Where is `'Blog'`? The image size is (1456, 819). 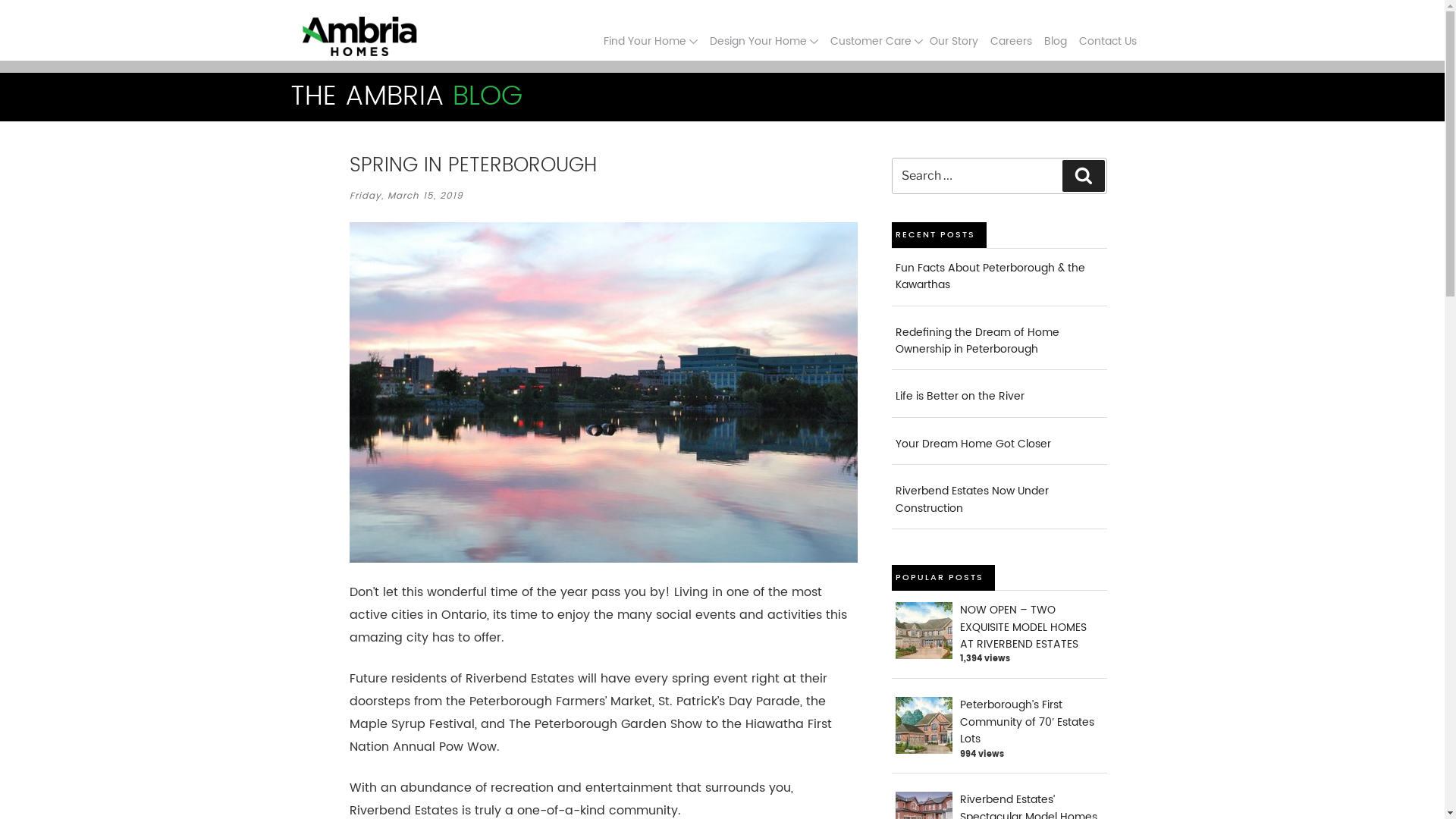
'Blog' is located at coordinates (1054, 40).